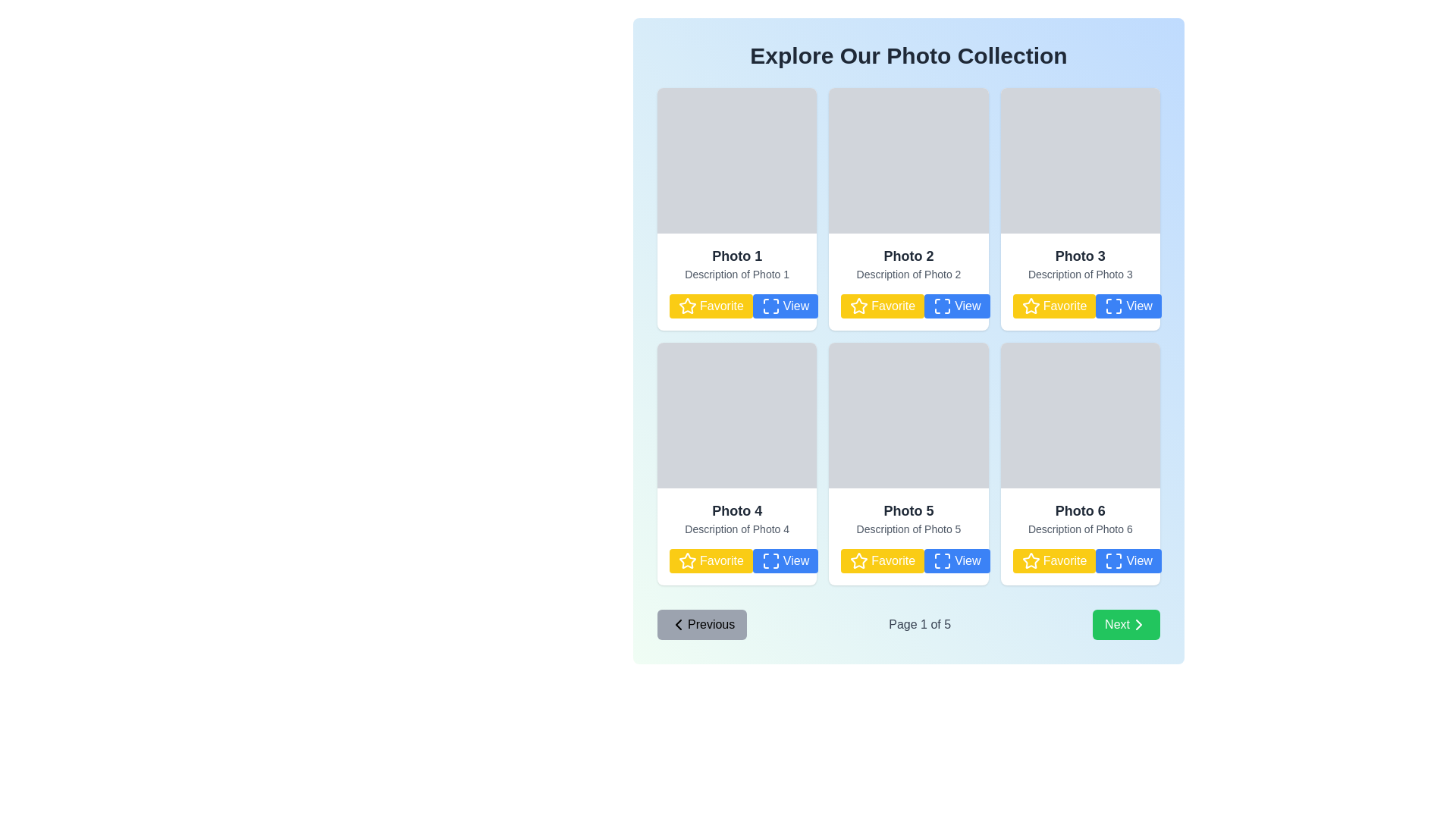  I want to click on the second 'View' button located below the sixth photo in the grid, so click(1128, 561).